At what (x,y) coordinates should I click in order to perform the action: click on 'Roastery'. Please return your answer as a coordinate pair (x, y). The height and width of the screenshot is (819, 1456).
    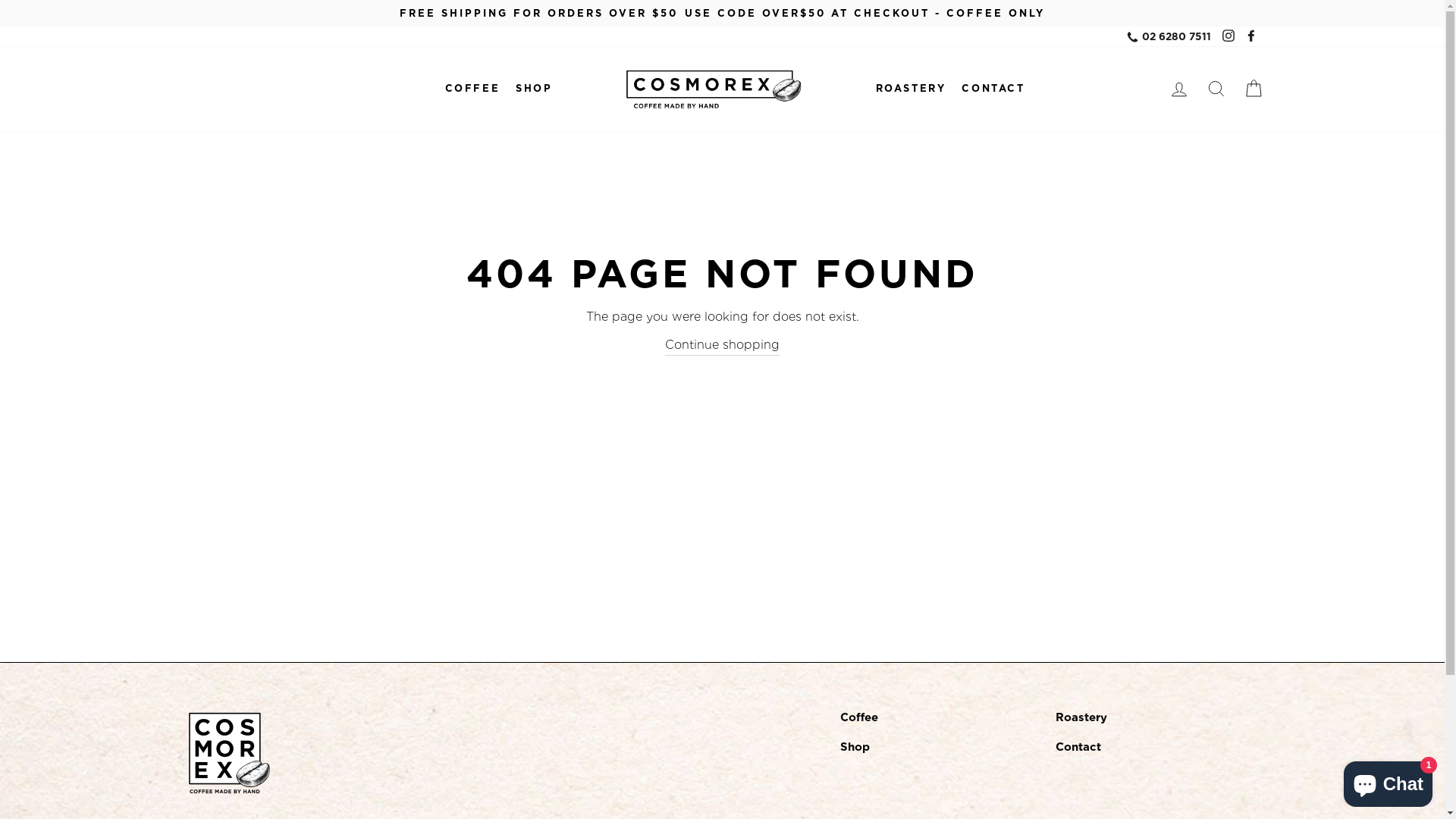
    Looking at the image, I should click on (1080, 717).